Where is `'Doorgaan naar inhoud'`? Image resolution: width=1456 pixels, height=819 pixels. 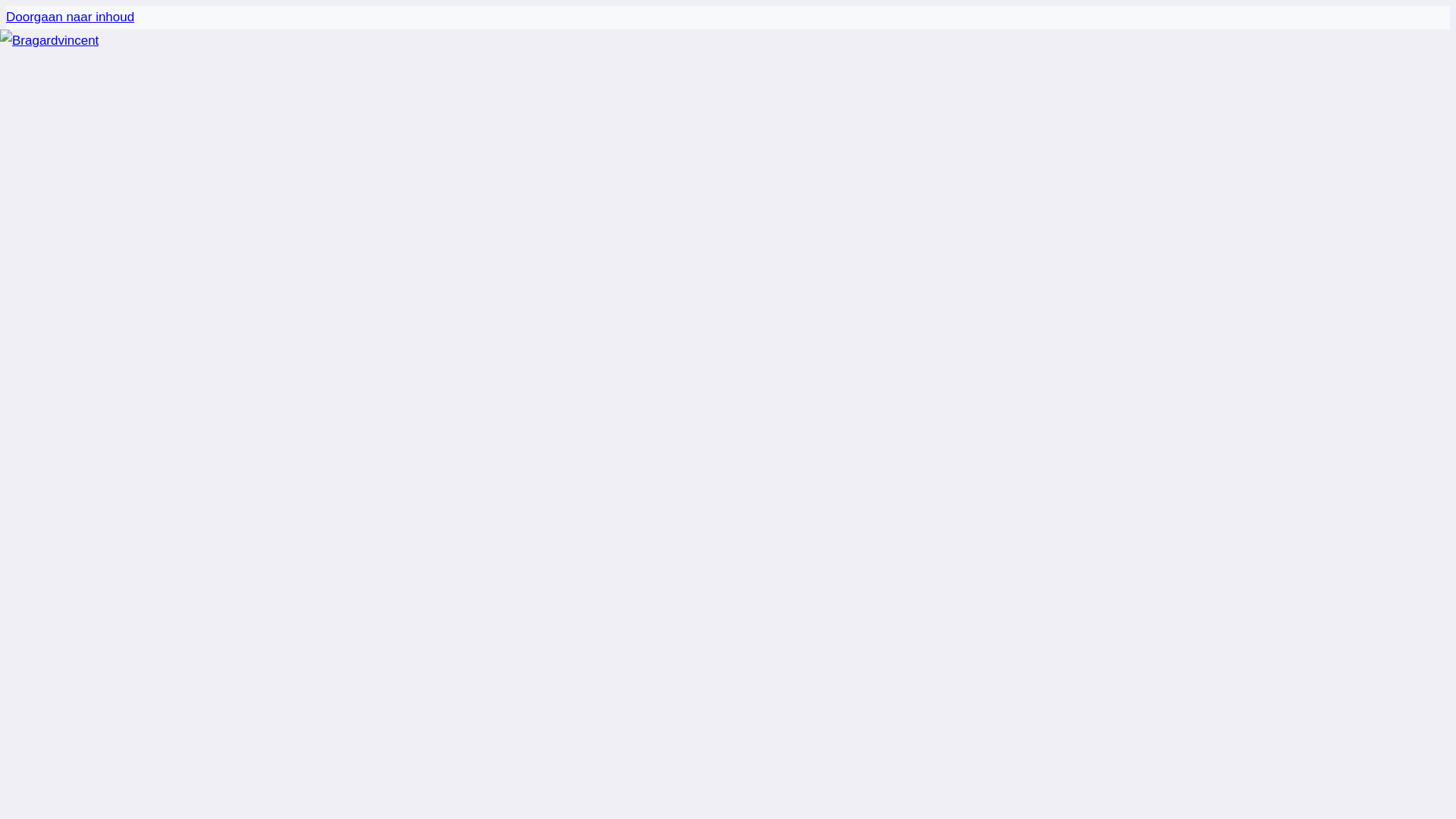 'Doorgaan naar inhoud' is located at coordinates (69, 17).